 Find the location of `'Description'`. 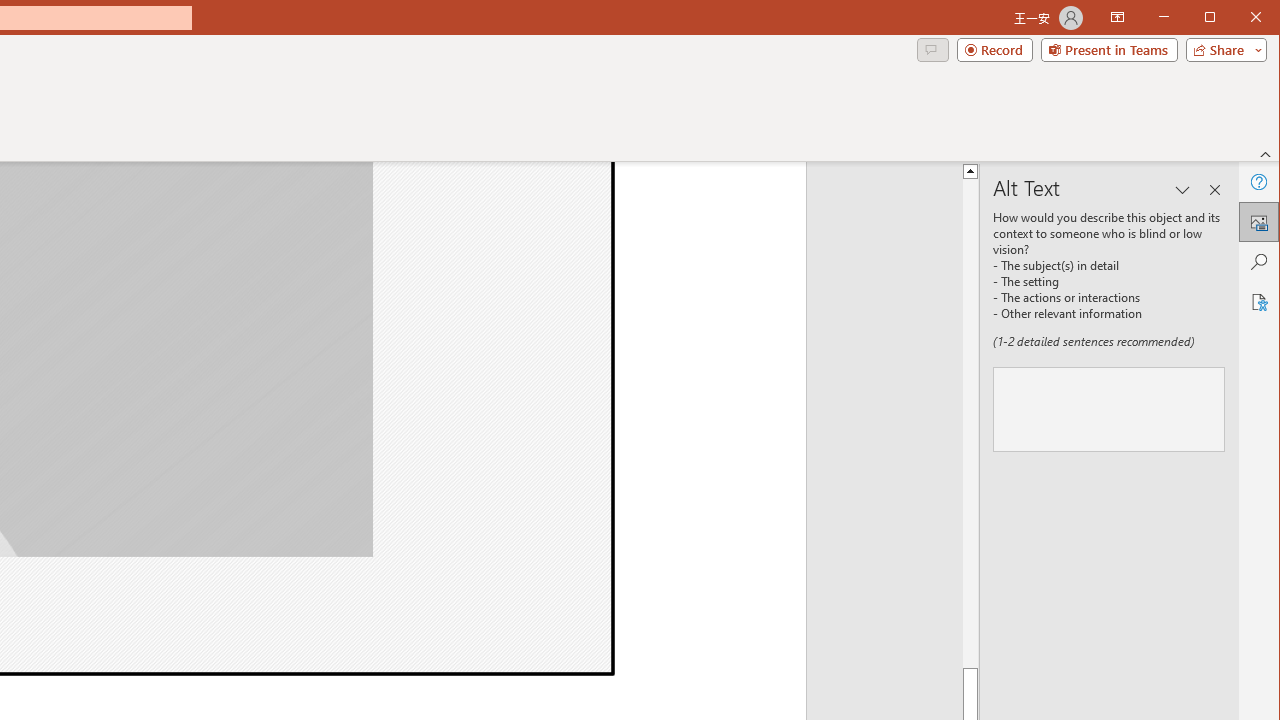

'Description' is located at coordinates (1108, 408).